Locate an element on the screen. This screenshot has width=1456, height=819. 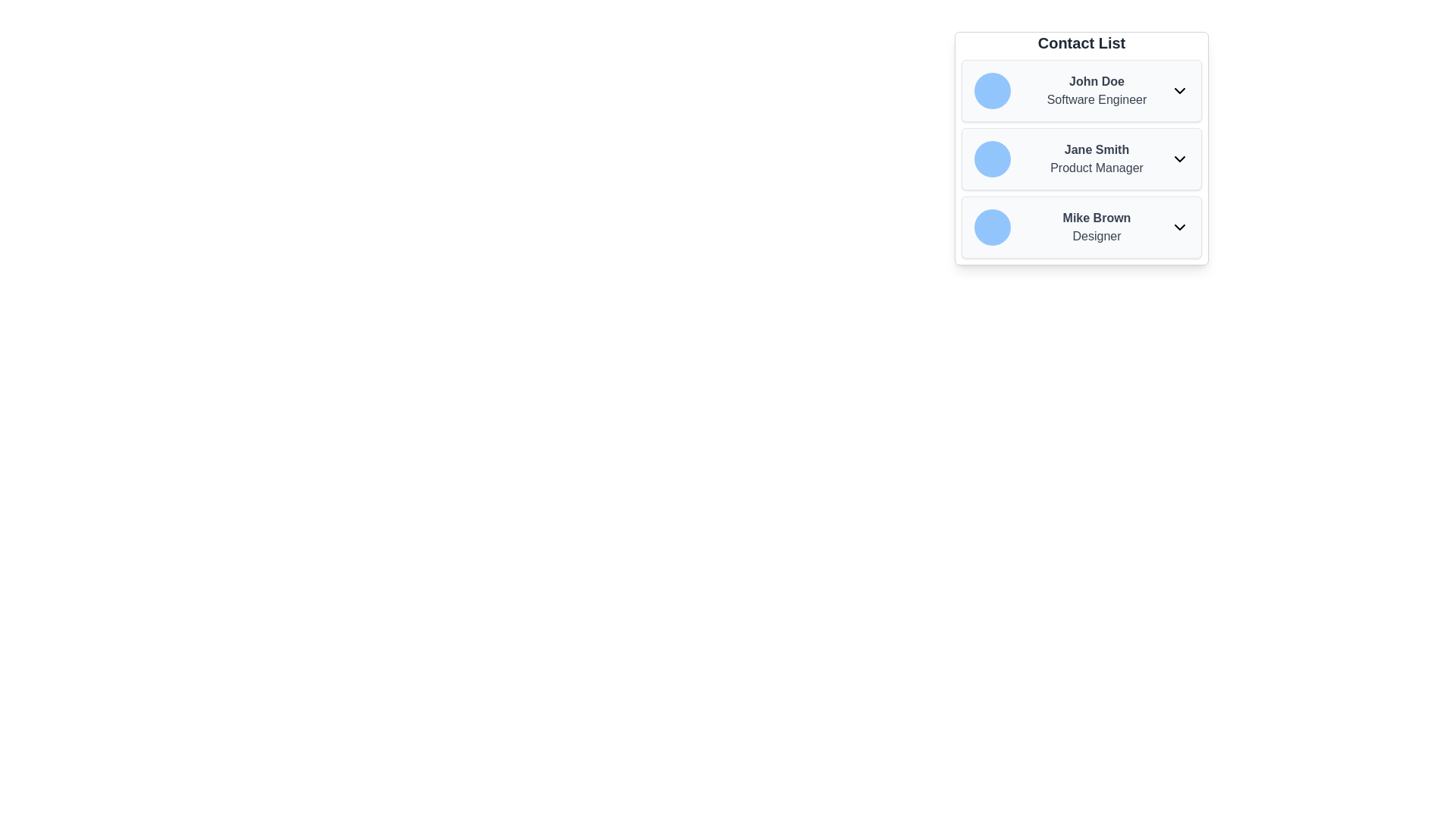
on the third contact entry in the 'Contact List', which displays the name and occupation details of an individual is located at coordinates (1081, 227).